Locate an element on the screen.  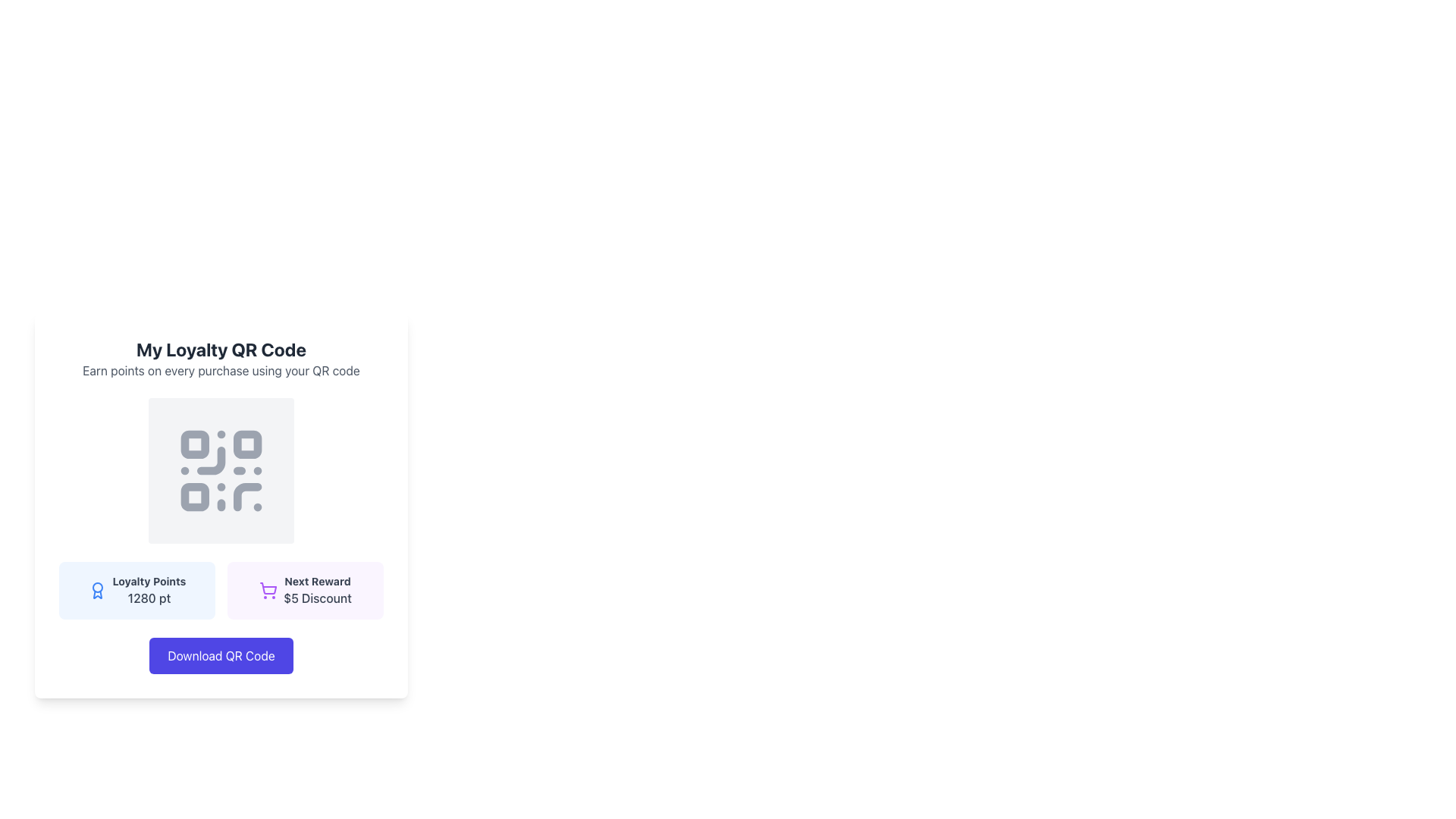
the shopping cart icon, which is positioned to the left of the 'Next Reward $5 Discount' text within the 'Next Reward' card component is located at coordinates (268, 590).